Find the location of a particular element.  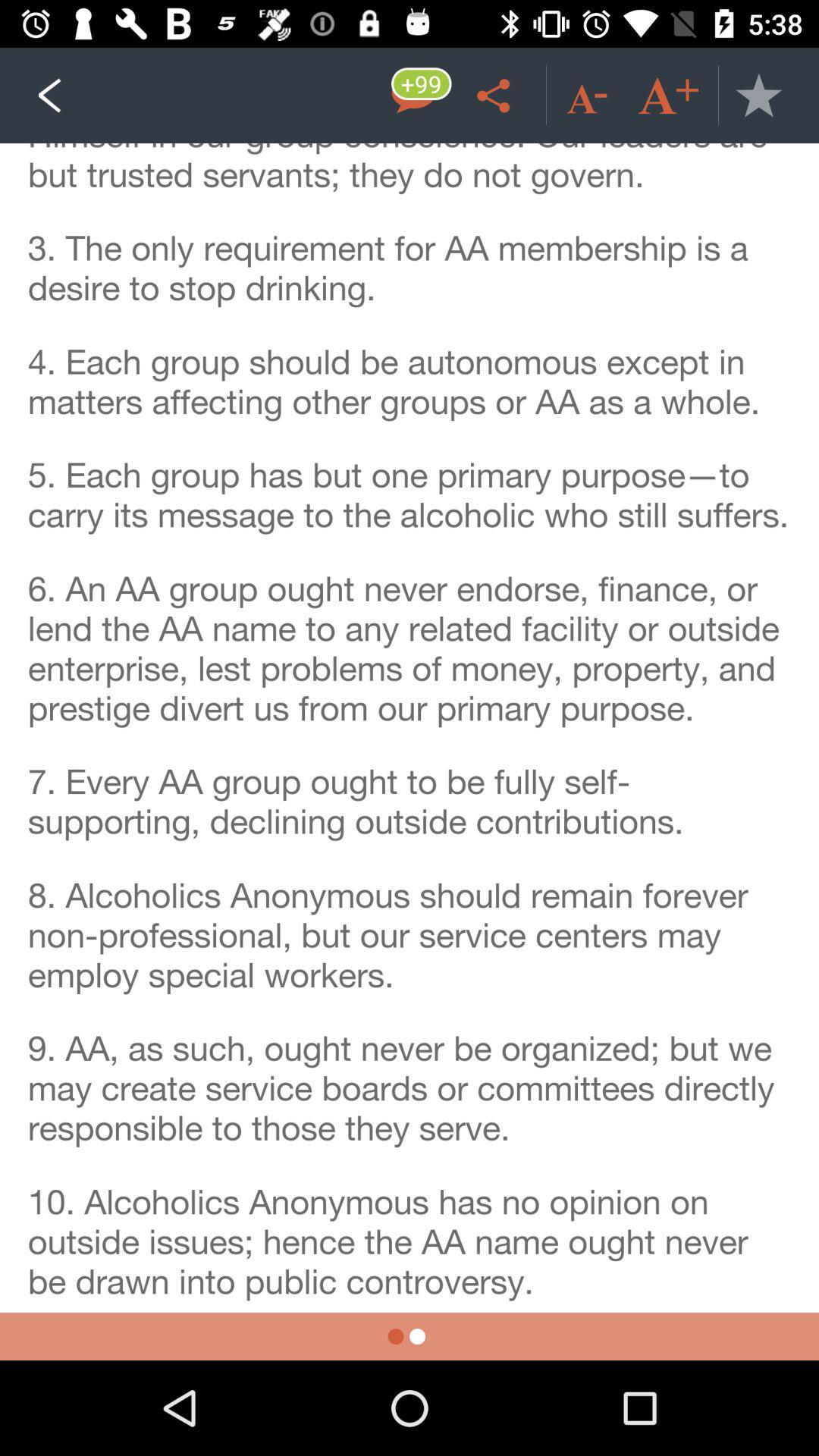

share option is located at coordinates (496, 94).